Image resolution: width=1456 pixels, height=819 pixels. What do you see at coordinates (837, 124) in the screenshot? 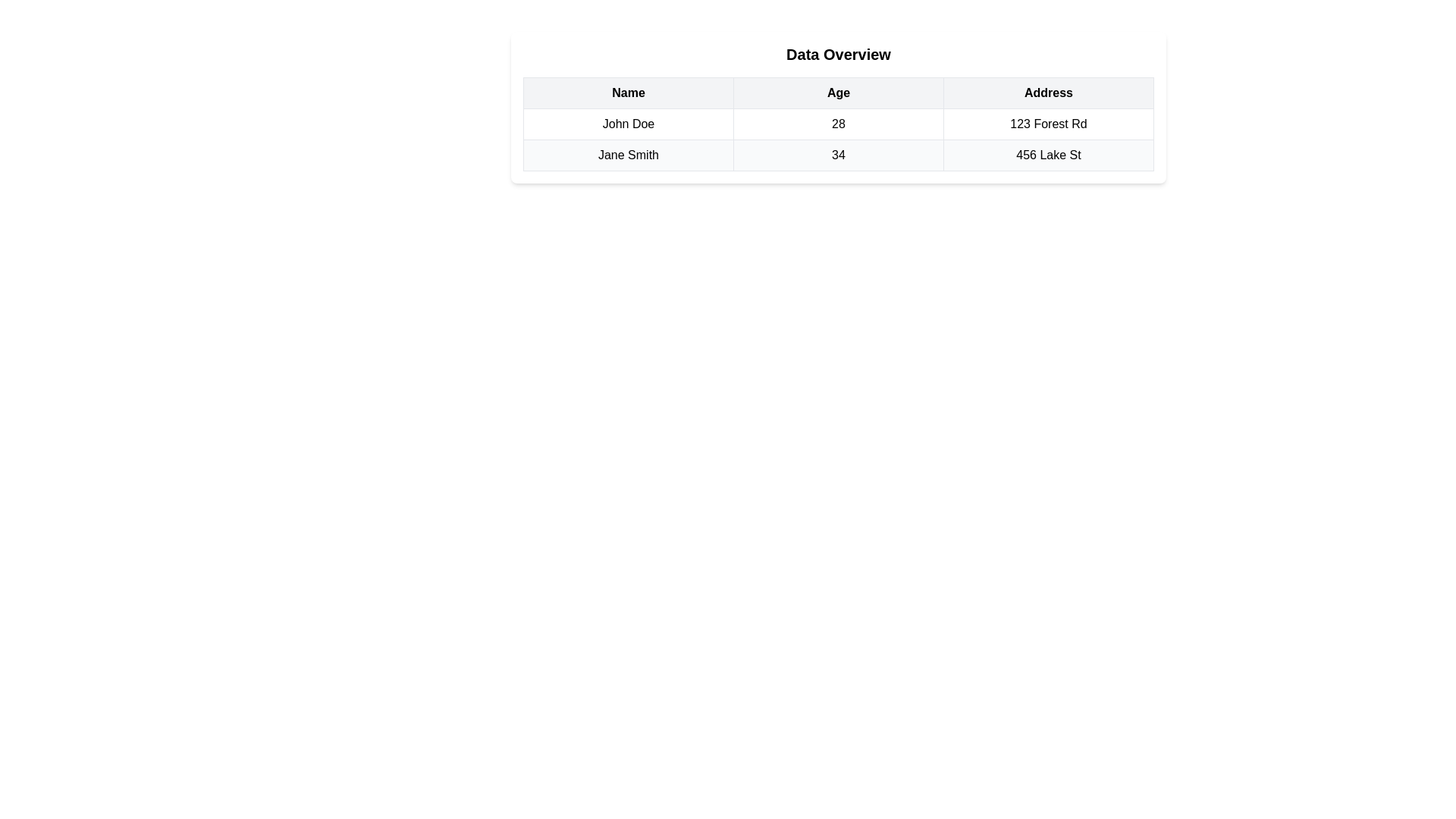
I see `the table cell displaying the age for 'John Doe', which is located in the second column of the first row of the data table` at bounding box center [837, 124].